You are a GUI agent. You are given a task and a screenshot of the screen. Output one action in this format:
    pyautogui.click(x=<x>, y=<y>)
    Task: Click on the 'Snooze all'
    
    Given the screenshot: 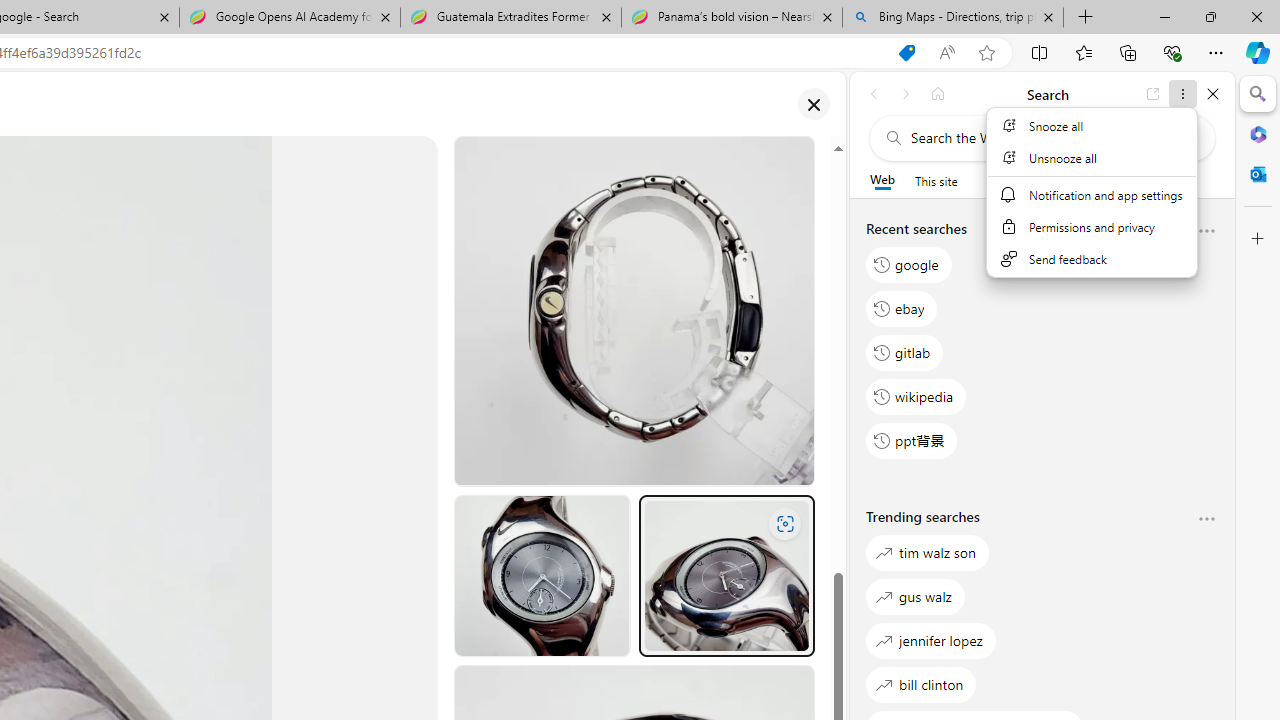 What is the action you would take?
    pyautogui.click(x=1090, y=125)
    